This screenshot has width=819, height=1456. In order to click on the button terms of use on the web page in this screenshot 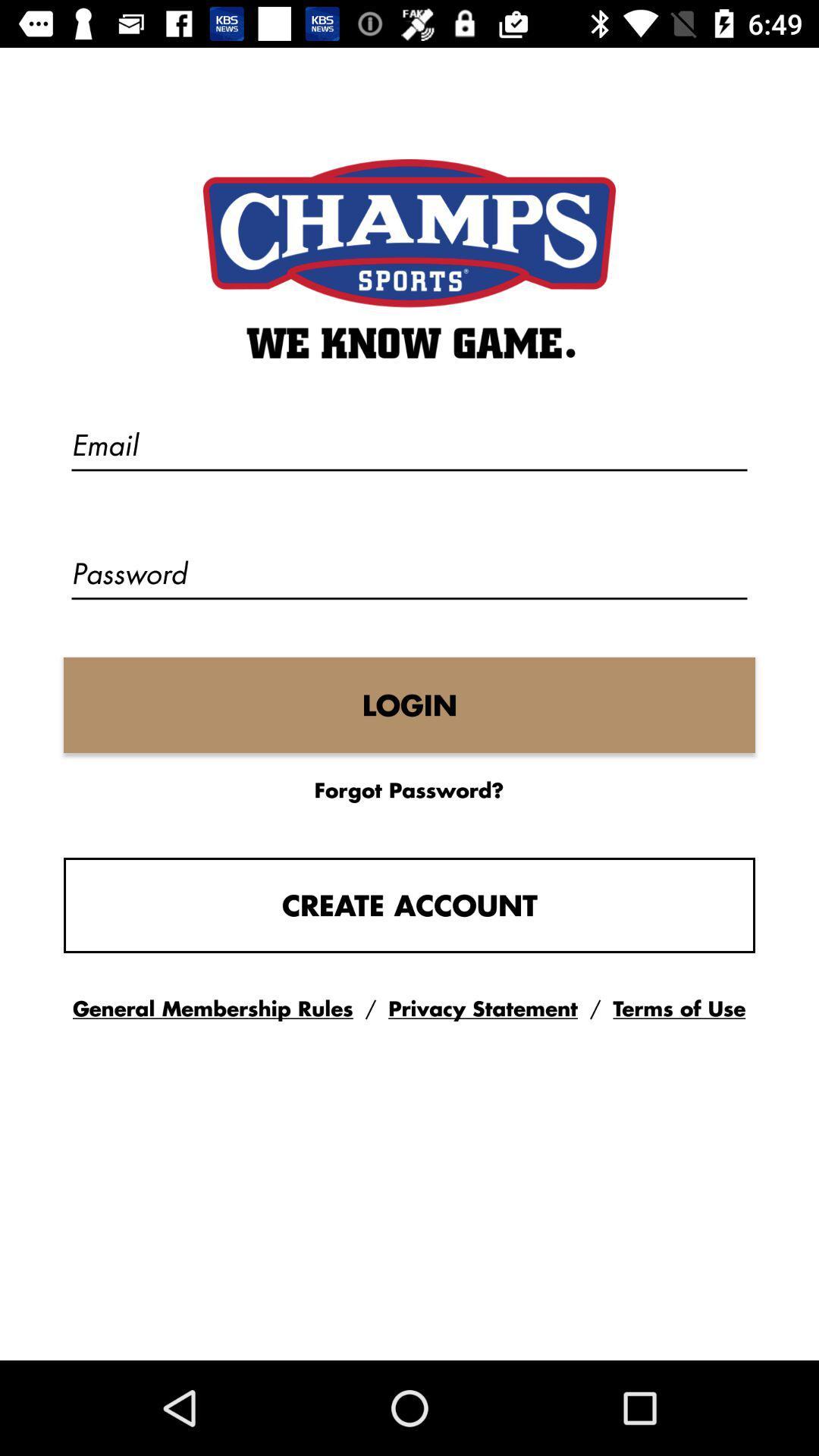, I will do `click(678, 1009)`.